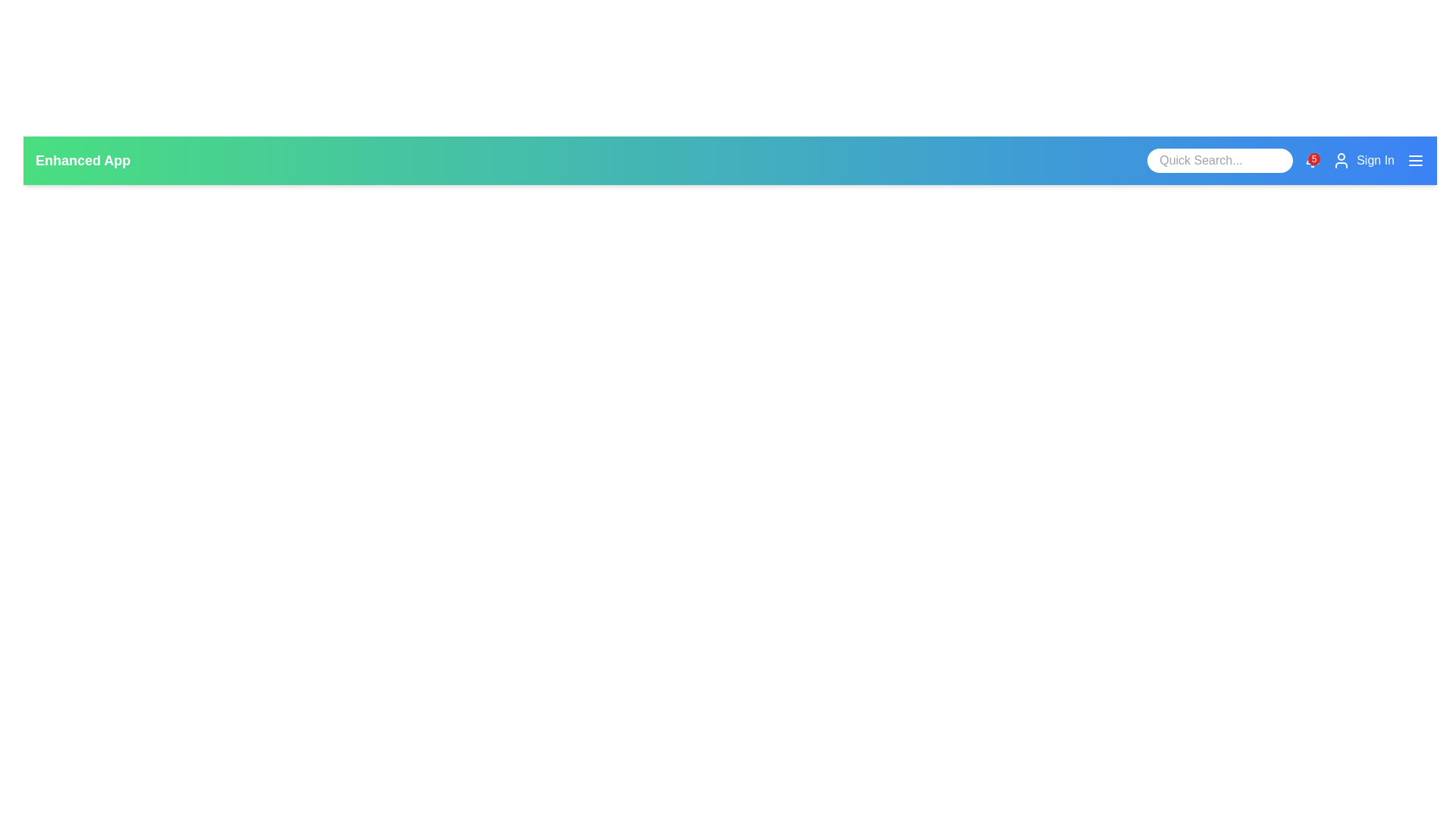  What do you see at coordinates (1219, 161) in the screenshot?
I see `the search input field to focus it` at bounding box center [1219, 161].